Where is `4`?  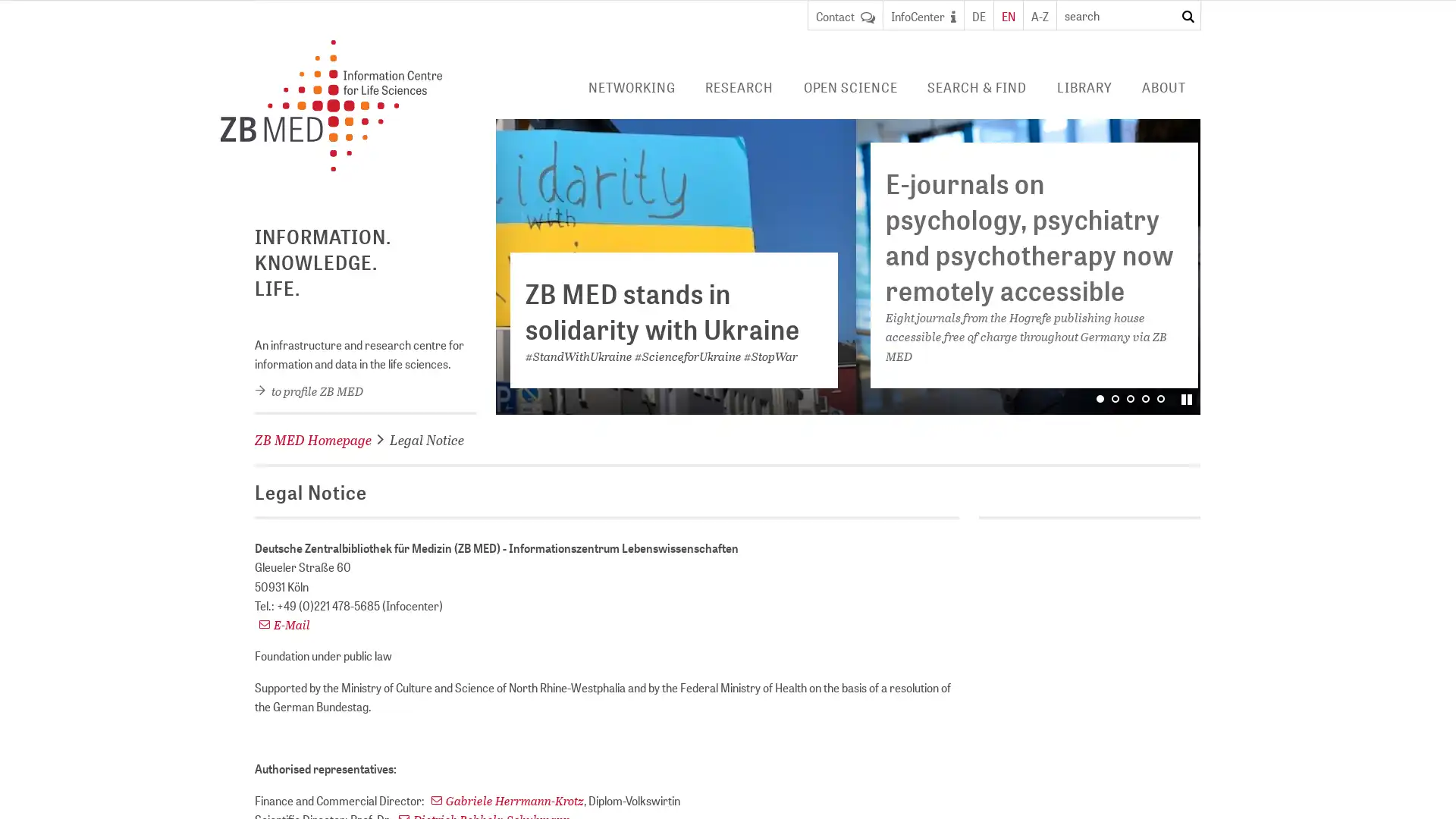
4 is located at coordinates (1146, 397).